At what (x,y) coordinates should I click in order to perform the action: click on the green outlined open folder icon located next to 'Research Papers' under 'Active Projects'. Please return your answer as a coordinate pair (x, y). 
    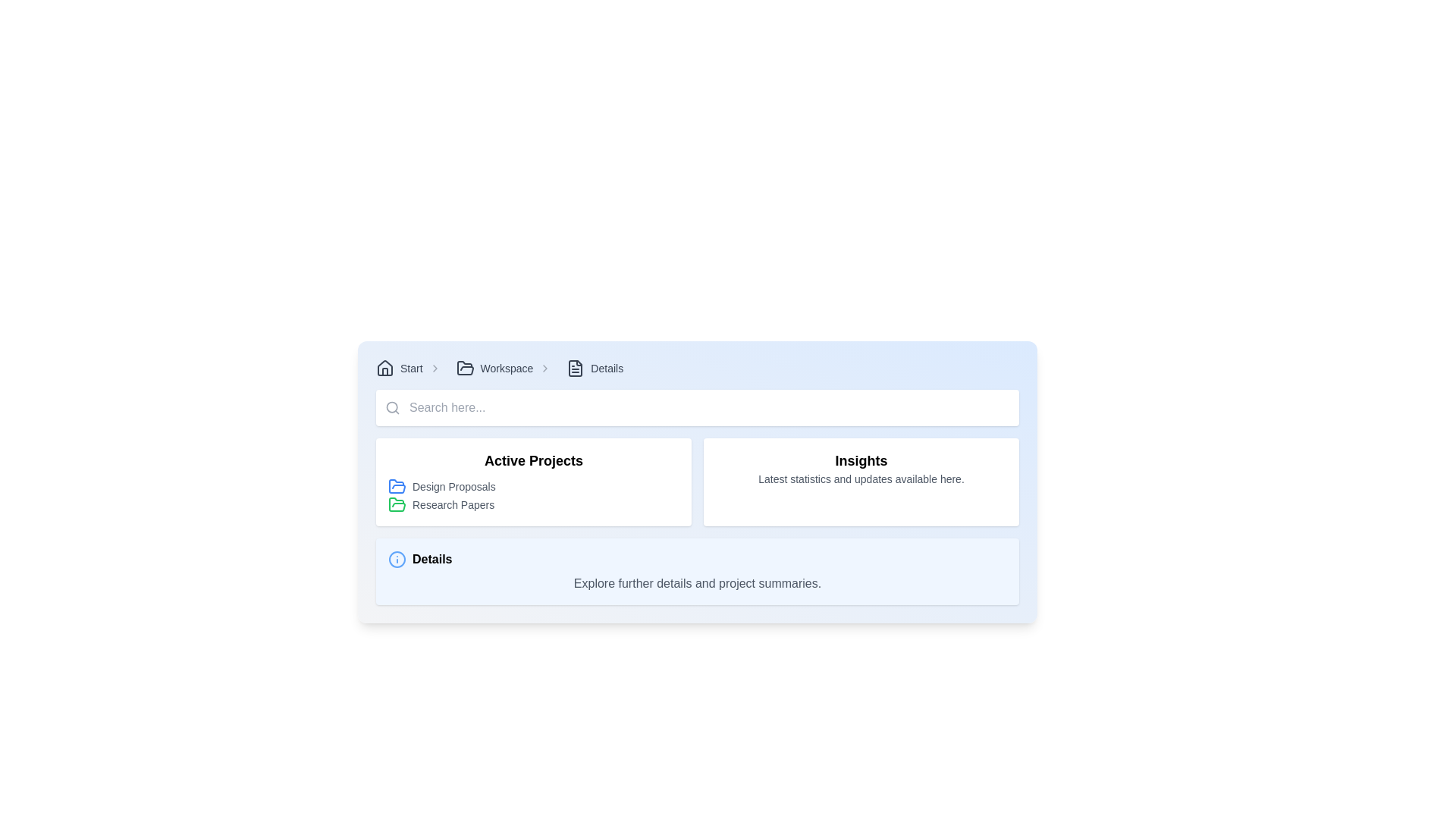
    Looking at the image, I should click on (397, 505).